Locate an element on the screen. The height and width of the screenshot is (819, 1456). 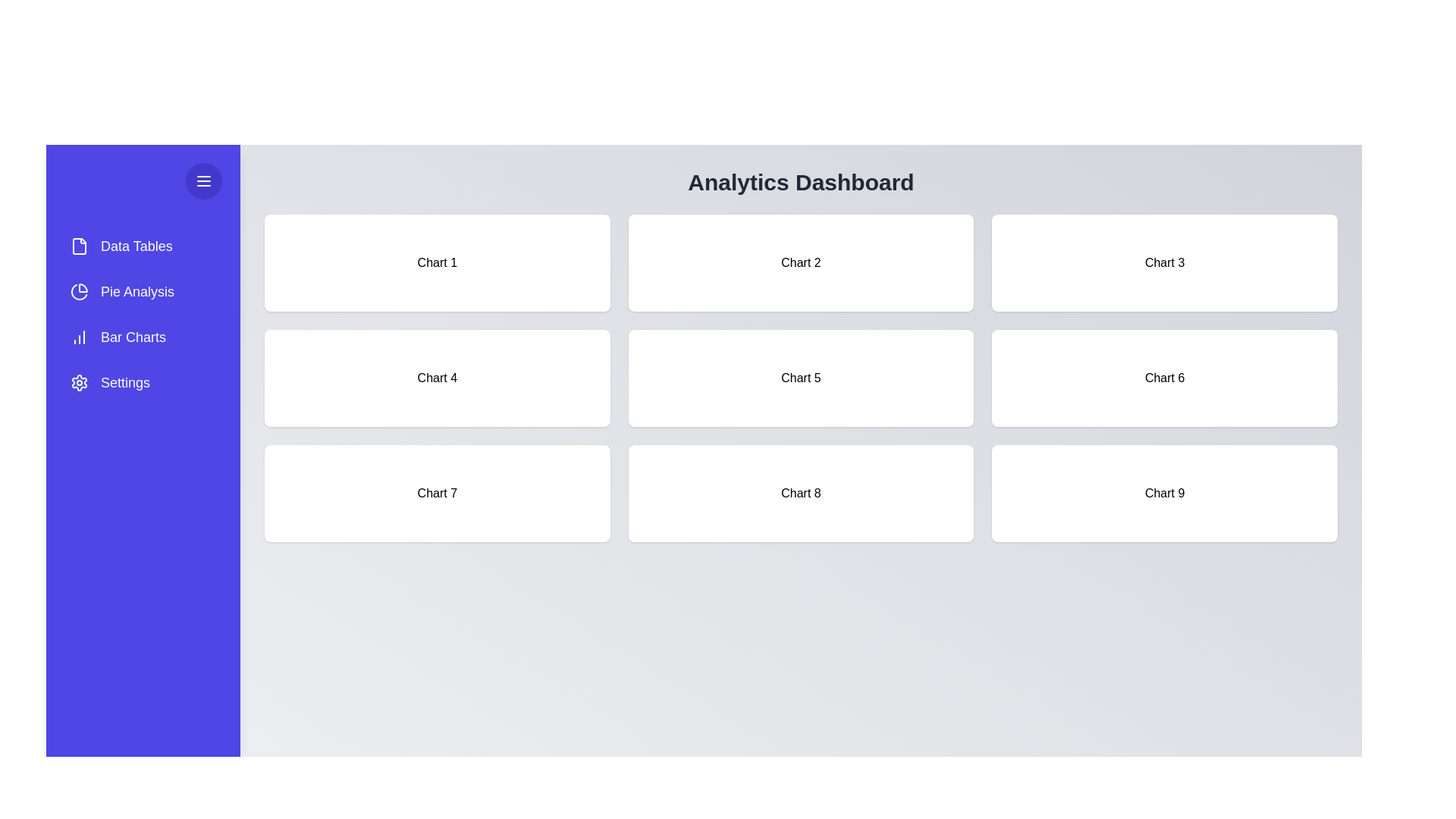
the menu item Data Tables from the drawer is located at coordinates (143, 245).